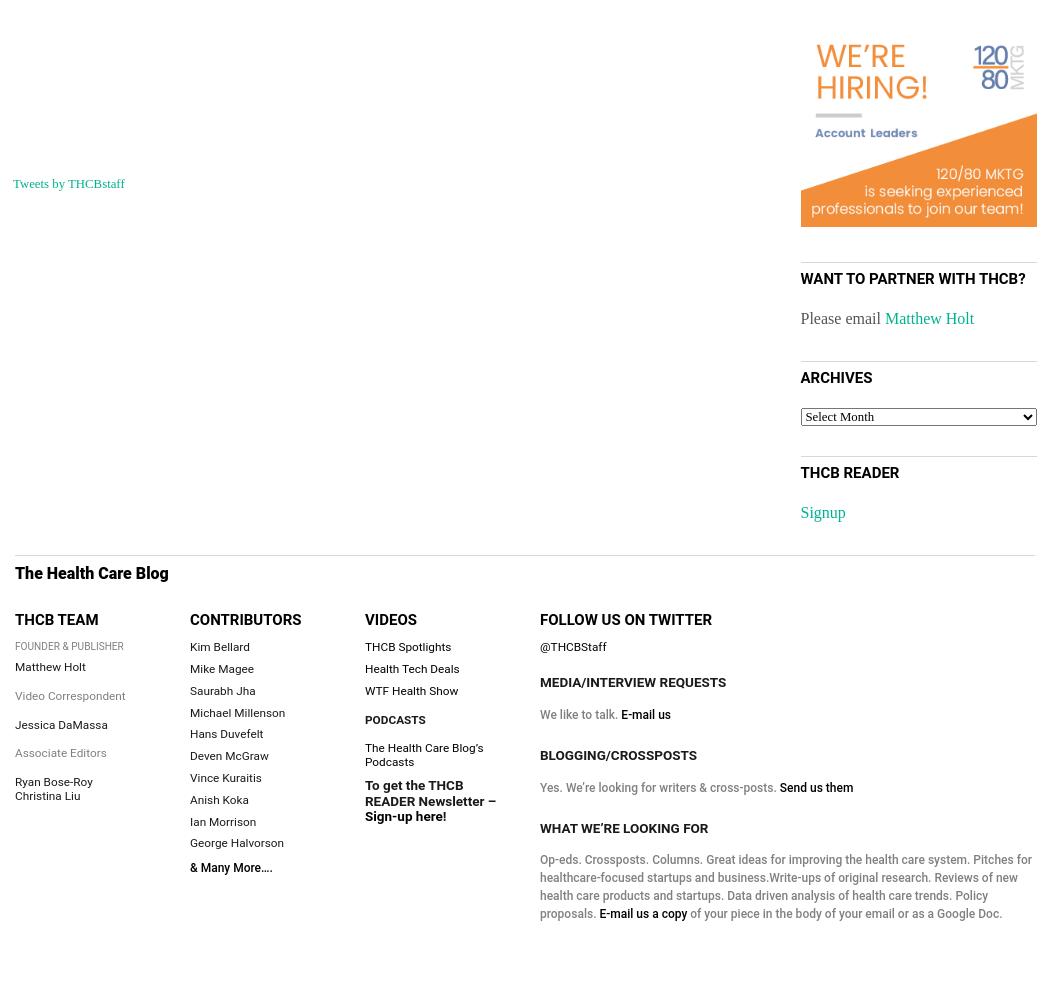 The height and width of the screenshot is (1000, 1050). Describe the element at coordinates (798, 317) in the screenshot. I see `'Please email'` at that location.